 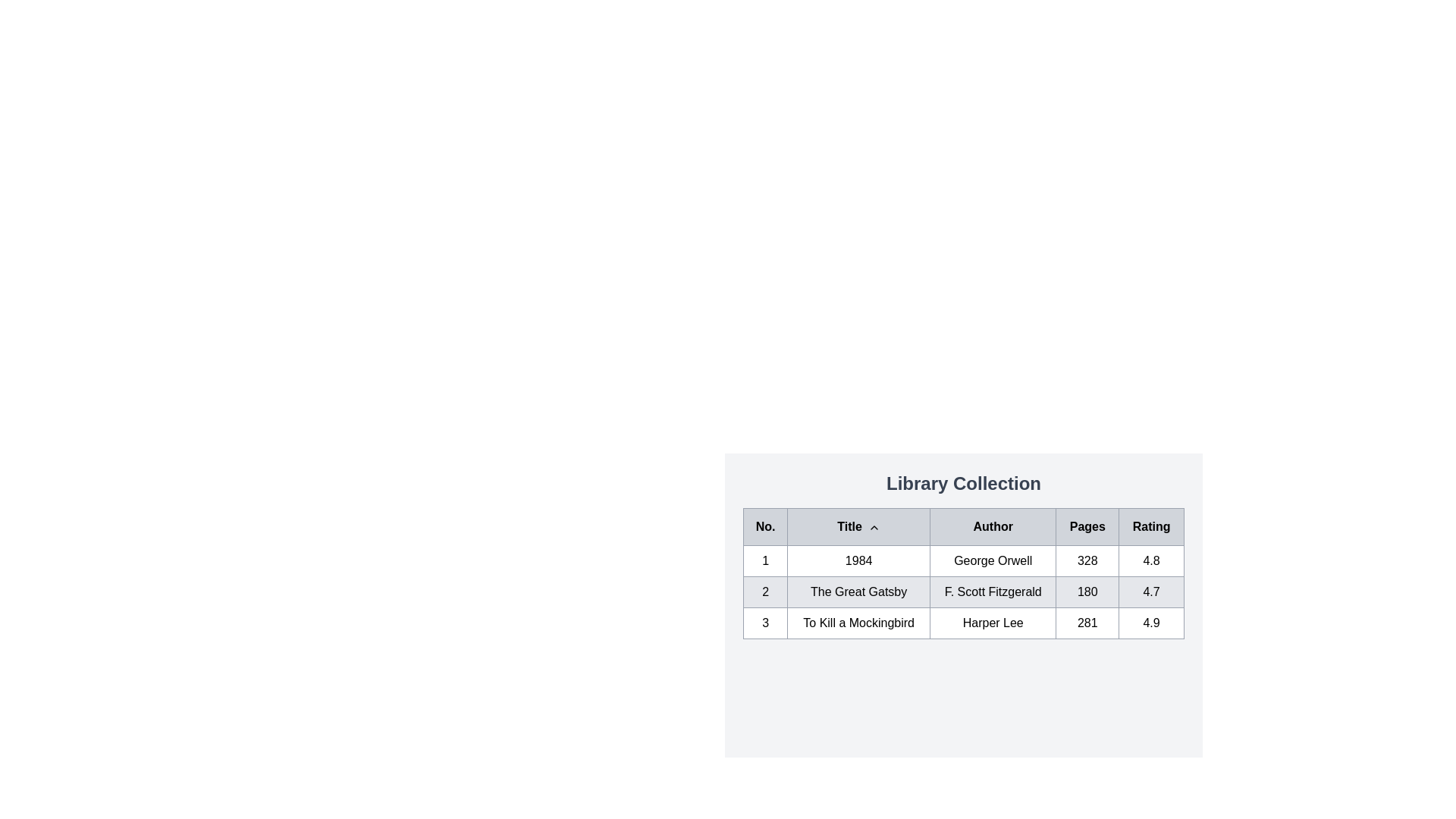 I want to click on the static text cell displaying the title '1984', which is the second cell in the first row of the table under the 'Title' column, so click(x=858, y=561).